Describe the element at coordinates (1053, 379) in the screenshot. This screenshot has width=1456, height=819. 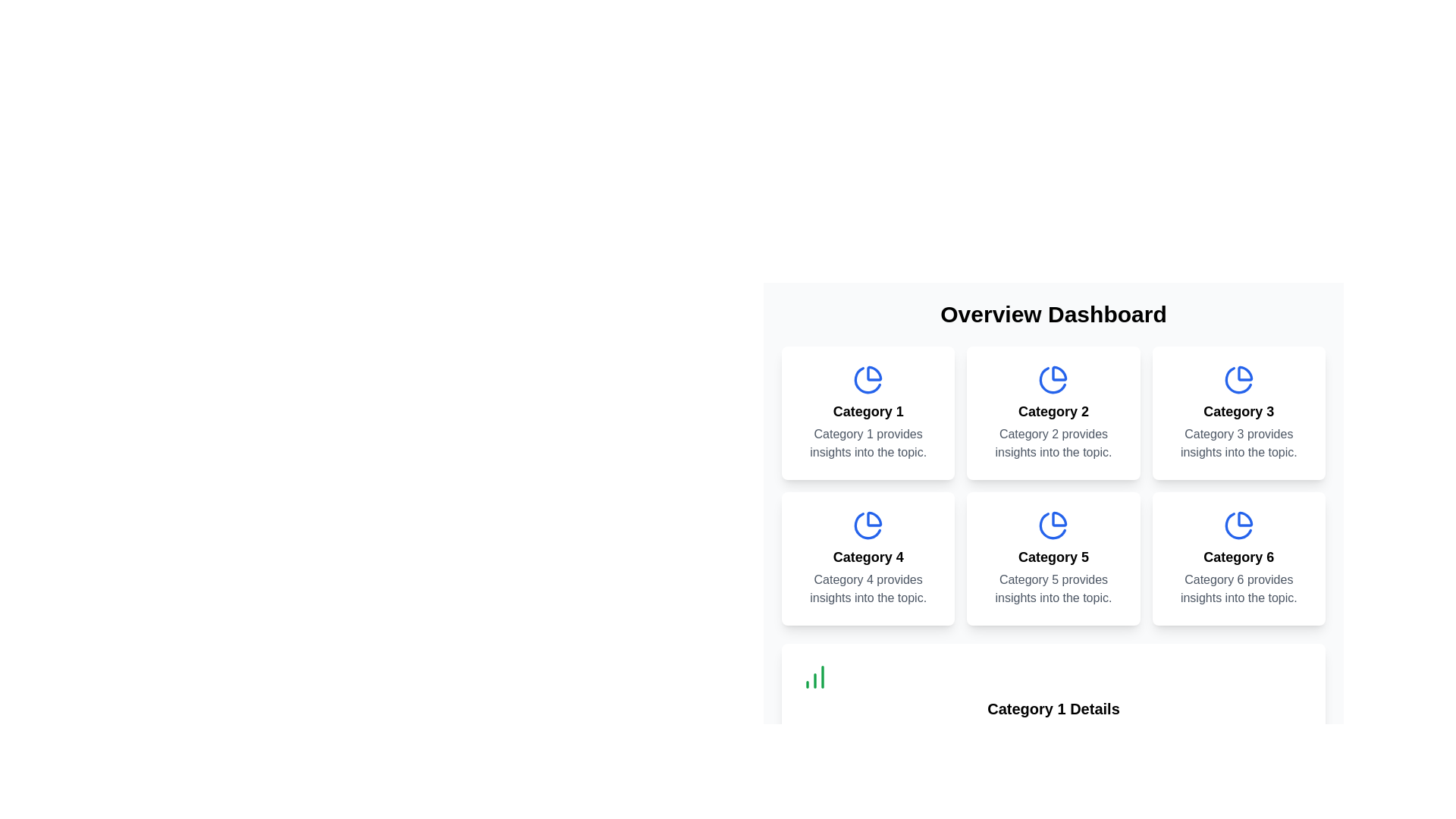
I see `the pie chart icon located at the top-center of the 'Category 2' card in the 'Overview Dashboard'` at that location.